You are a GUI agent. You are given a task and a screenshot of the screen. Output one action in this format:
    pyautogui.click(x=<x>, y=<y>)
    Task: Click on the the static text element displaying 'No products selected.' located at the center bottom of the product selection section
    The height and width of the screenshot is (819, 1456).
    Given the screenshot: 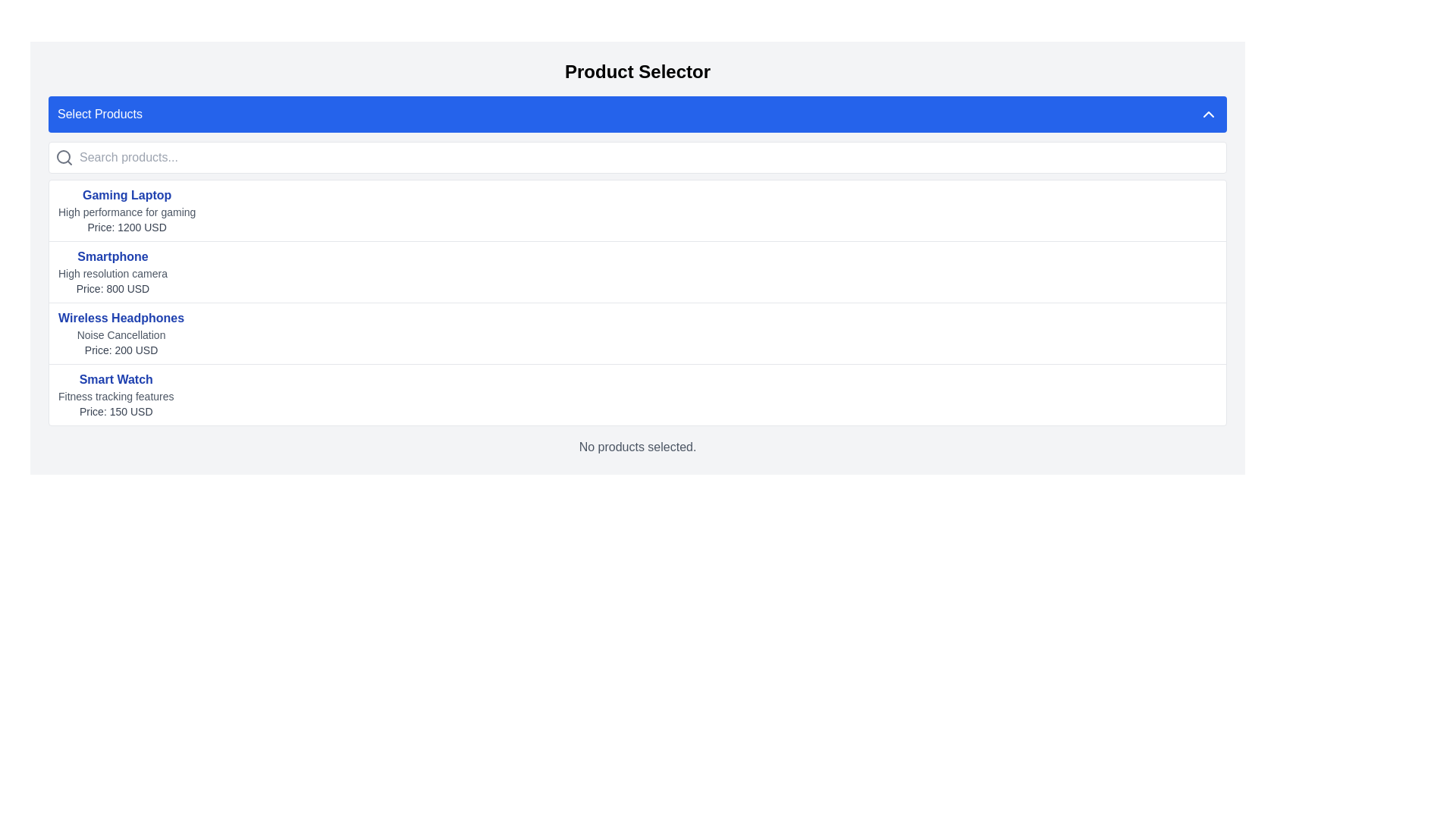 What is the action you would take?
    pyautogui.click(x=637, y=447)
    